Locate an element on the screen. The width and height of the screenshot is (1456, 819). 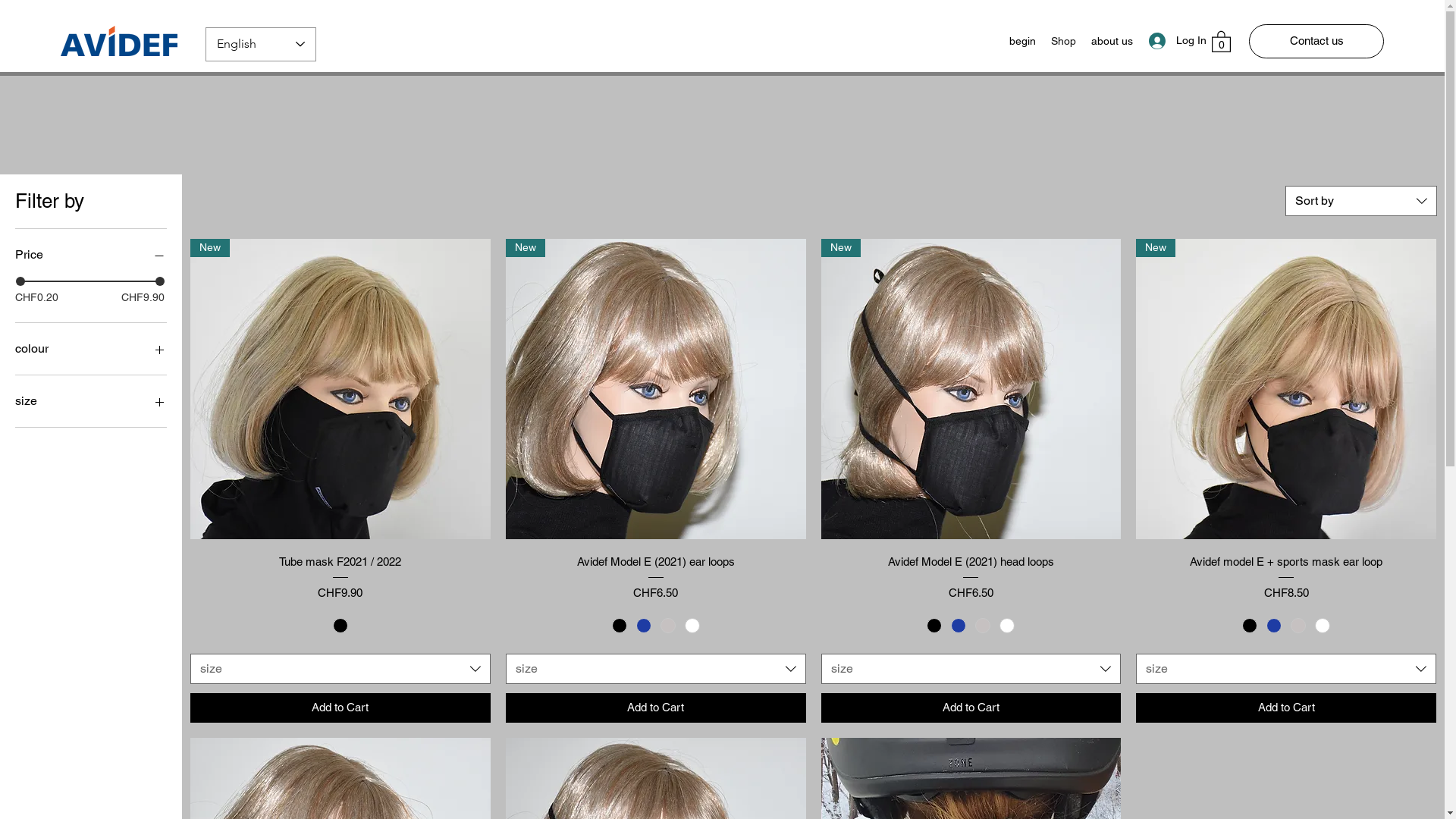
'Contact us' is located at coordinates (1316, 40).